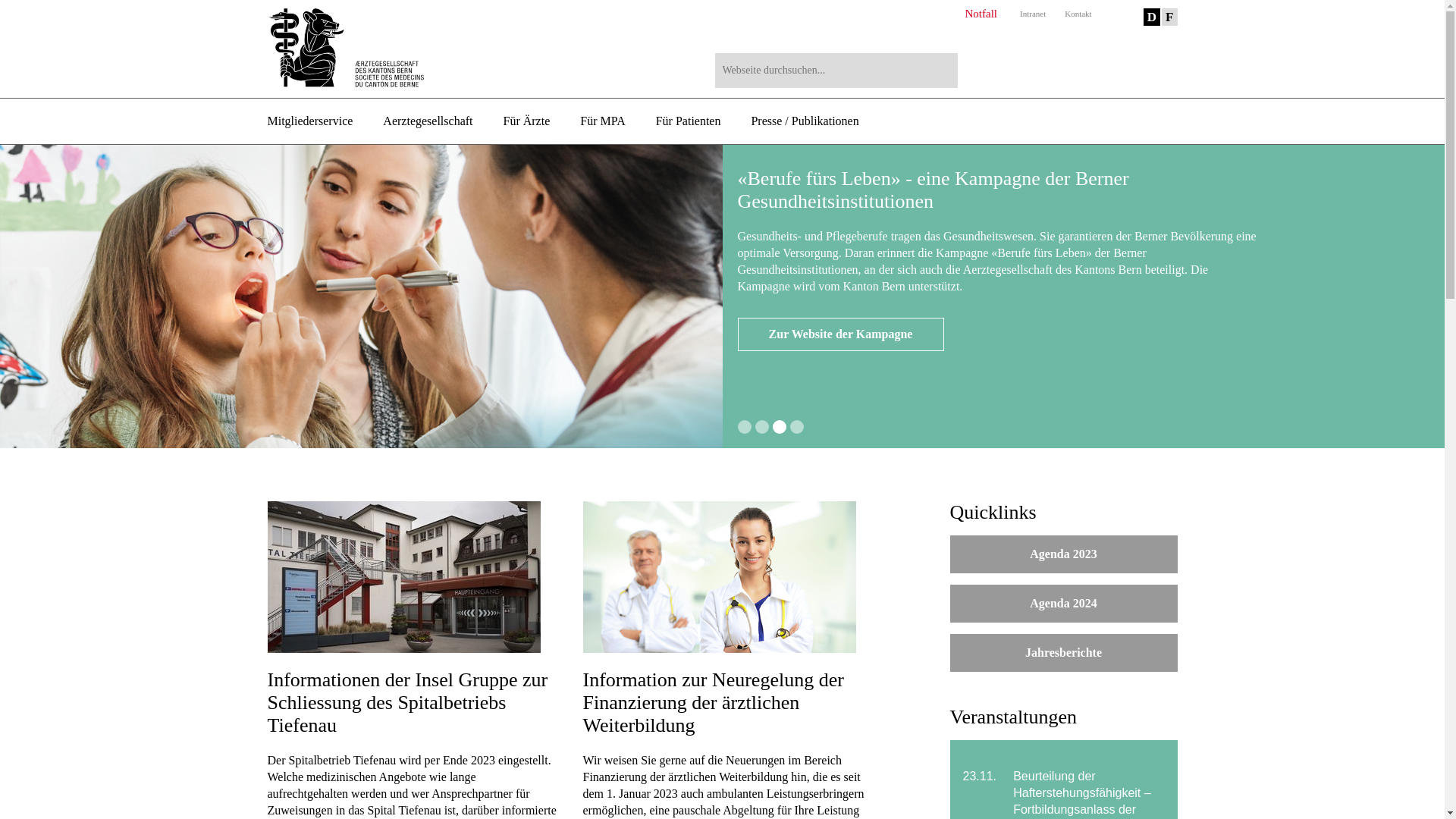  What do you see at coordinates (1077, 14) in the screenshot?
I see `'Kontakt'` at bounding box center [1077, 14].